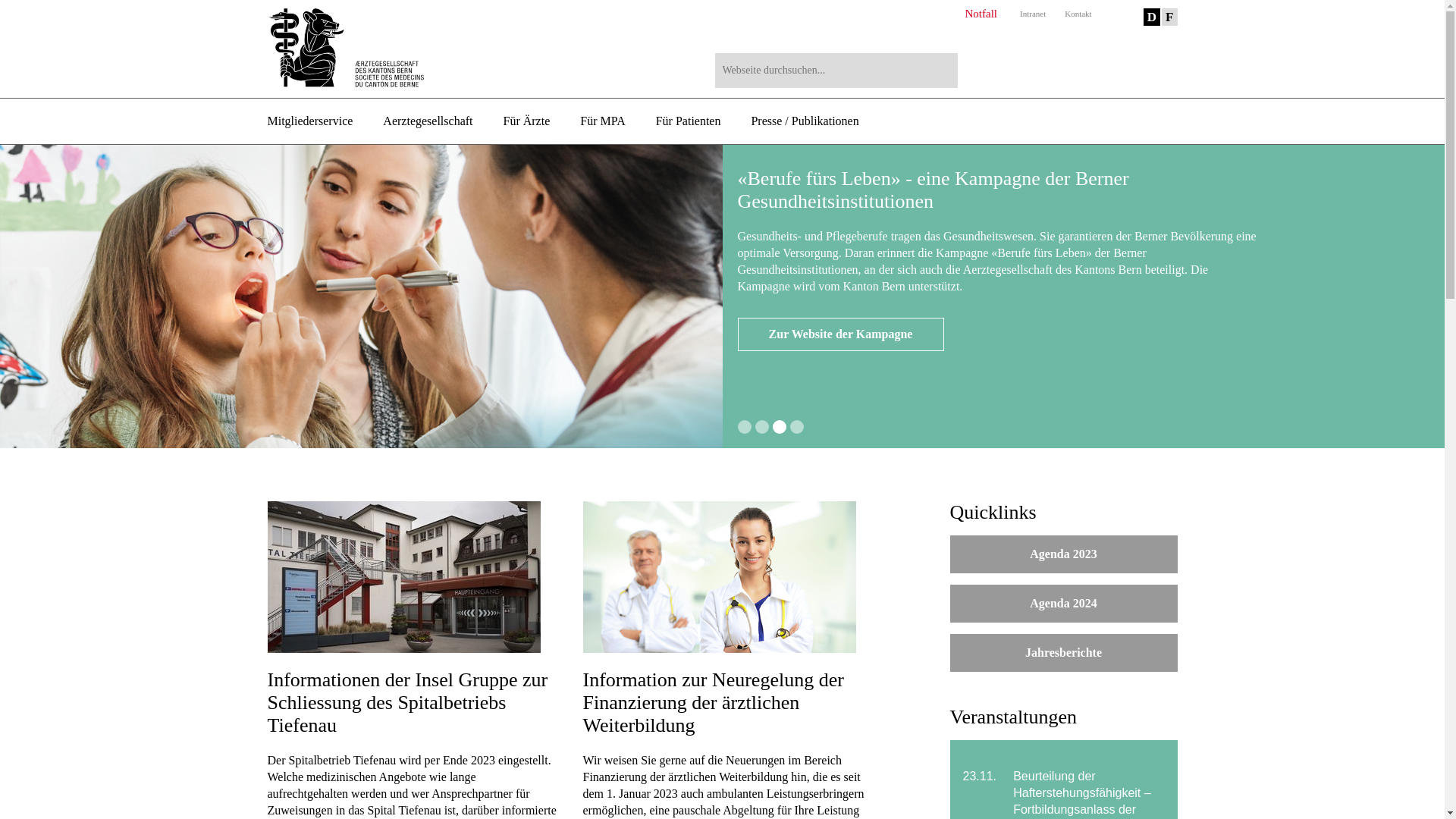  What do you see at coordinates (1077, 14) in the screenshot?
I see `'Kontakt'` at bounding box center [1077, 14].